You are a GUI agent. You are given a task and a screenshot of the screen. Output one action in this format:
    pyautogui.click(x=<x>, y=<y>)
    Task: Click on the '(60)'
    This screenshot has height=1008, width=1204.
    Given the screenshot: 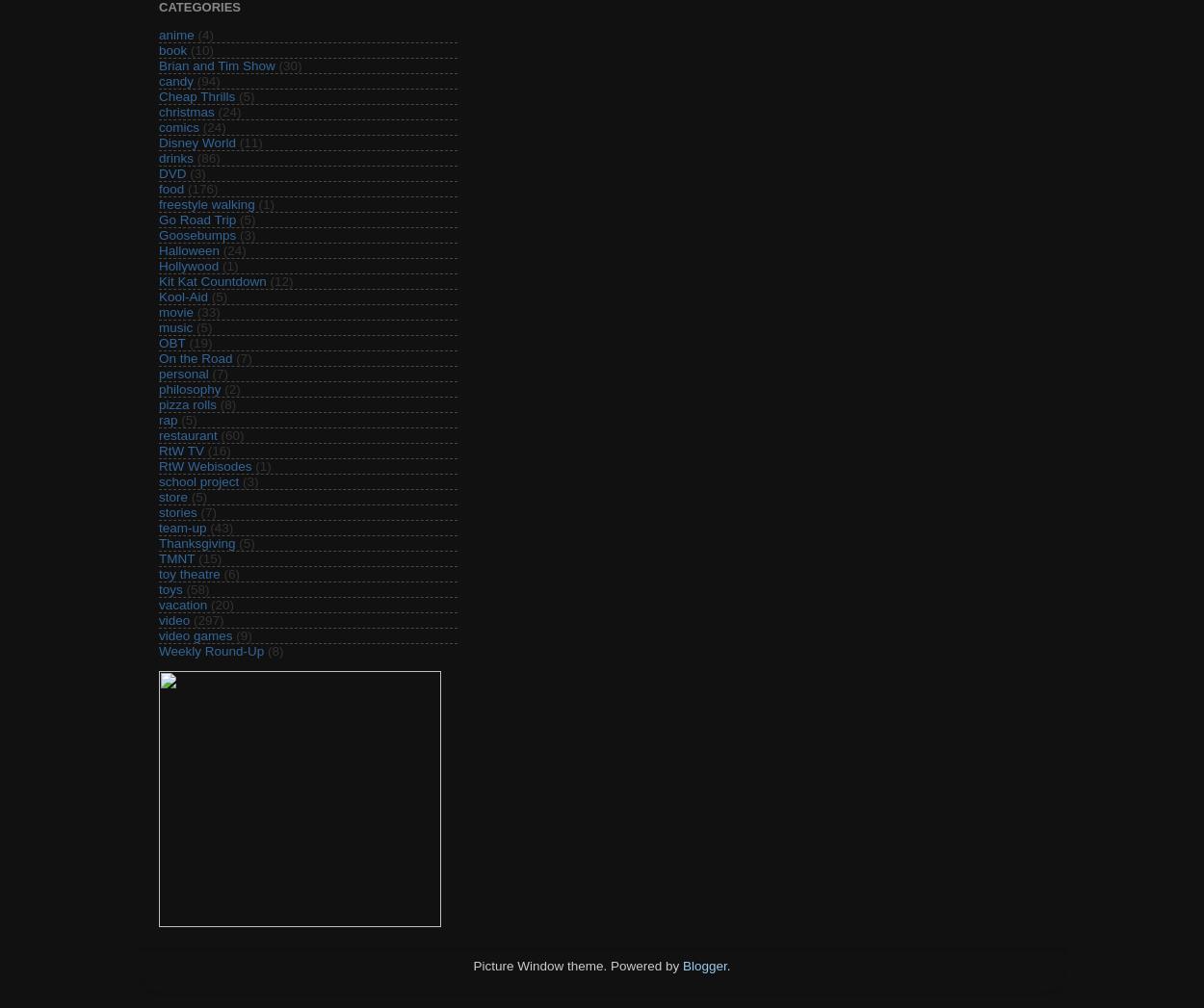 What is the action you would take?
    pyautogui.click(x=231, y=434)
    